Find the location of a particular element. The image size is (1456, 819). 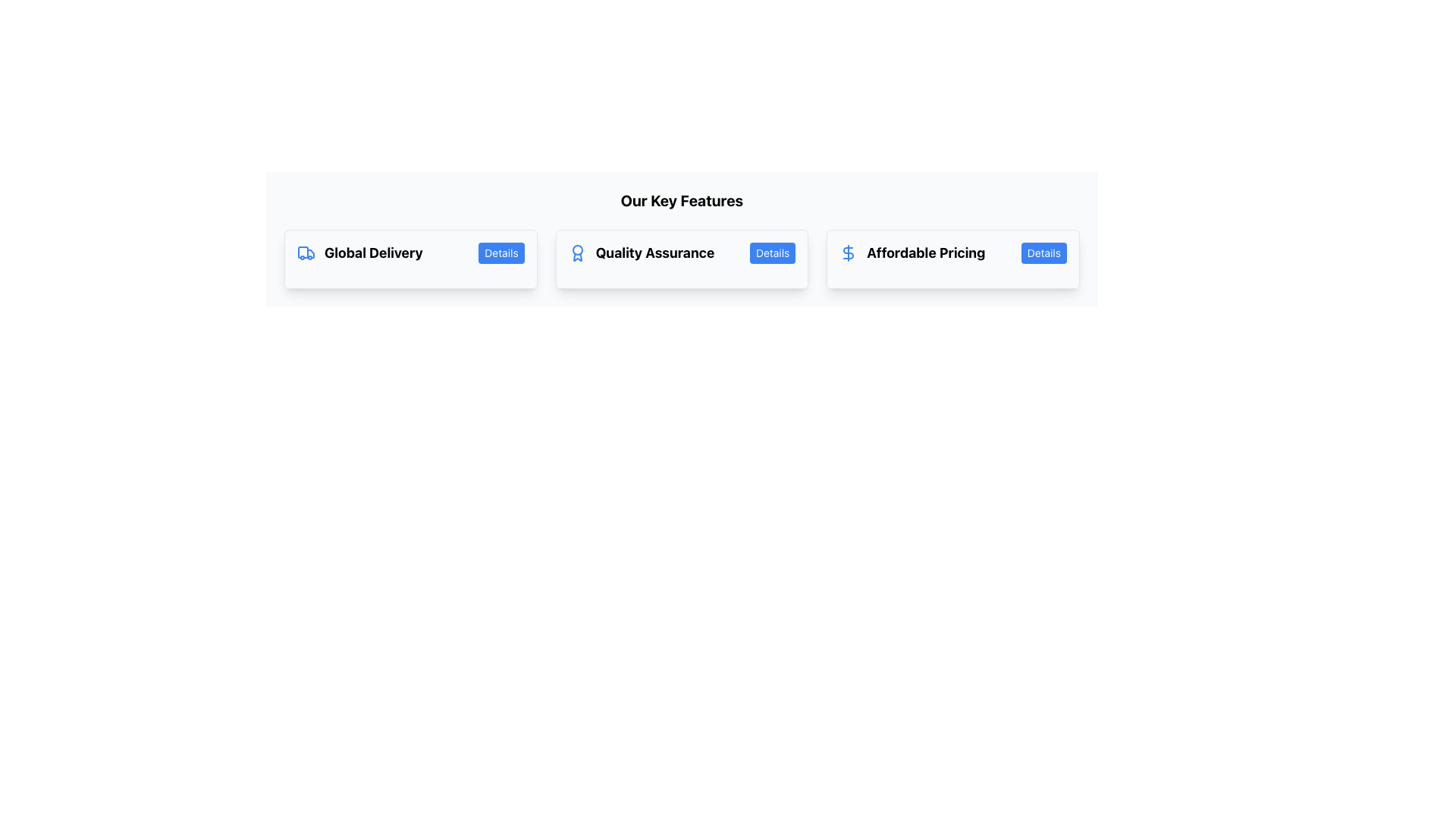

bold text label displaying 'Affordable Pricing' located to the right of a blue dollar icon and to the left of a 'Details' button in the center-right of the horizontal feature row is located at coordinates (925, 253).